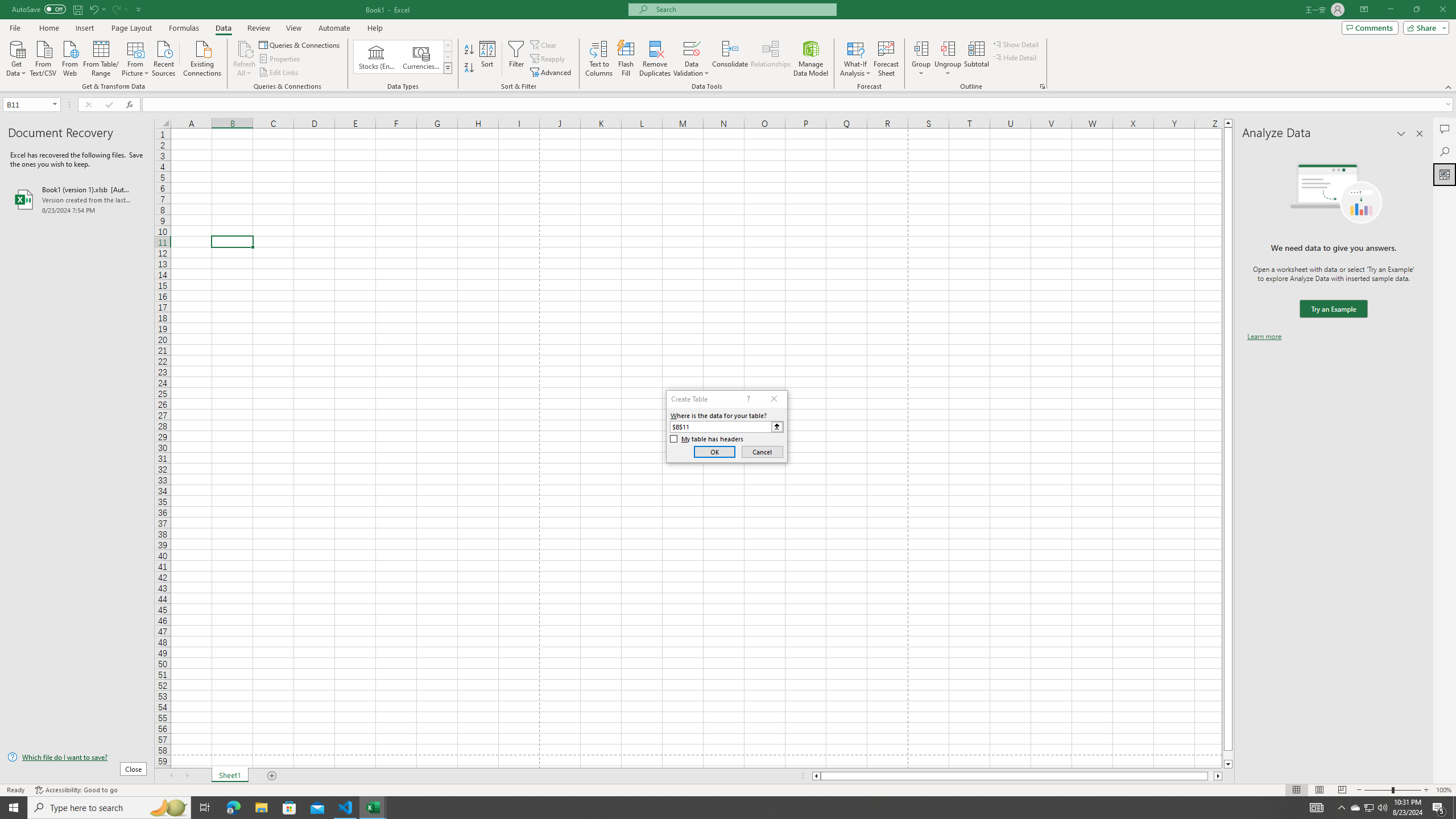 This screenshot has width=1456, height=819. I want to click on 'Scroll Left', so click(170, 775).